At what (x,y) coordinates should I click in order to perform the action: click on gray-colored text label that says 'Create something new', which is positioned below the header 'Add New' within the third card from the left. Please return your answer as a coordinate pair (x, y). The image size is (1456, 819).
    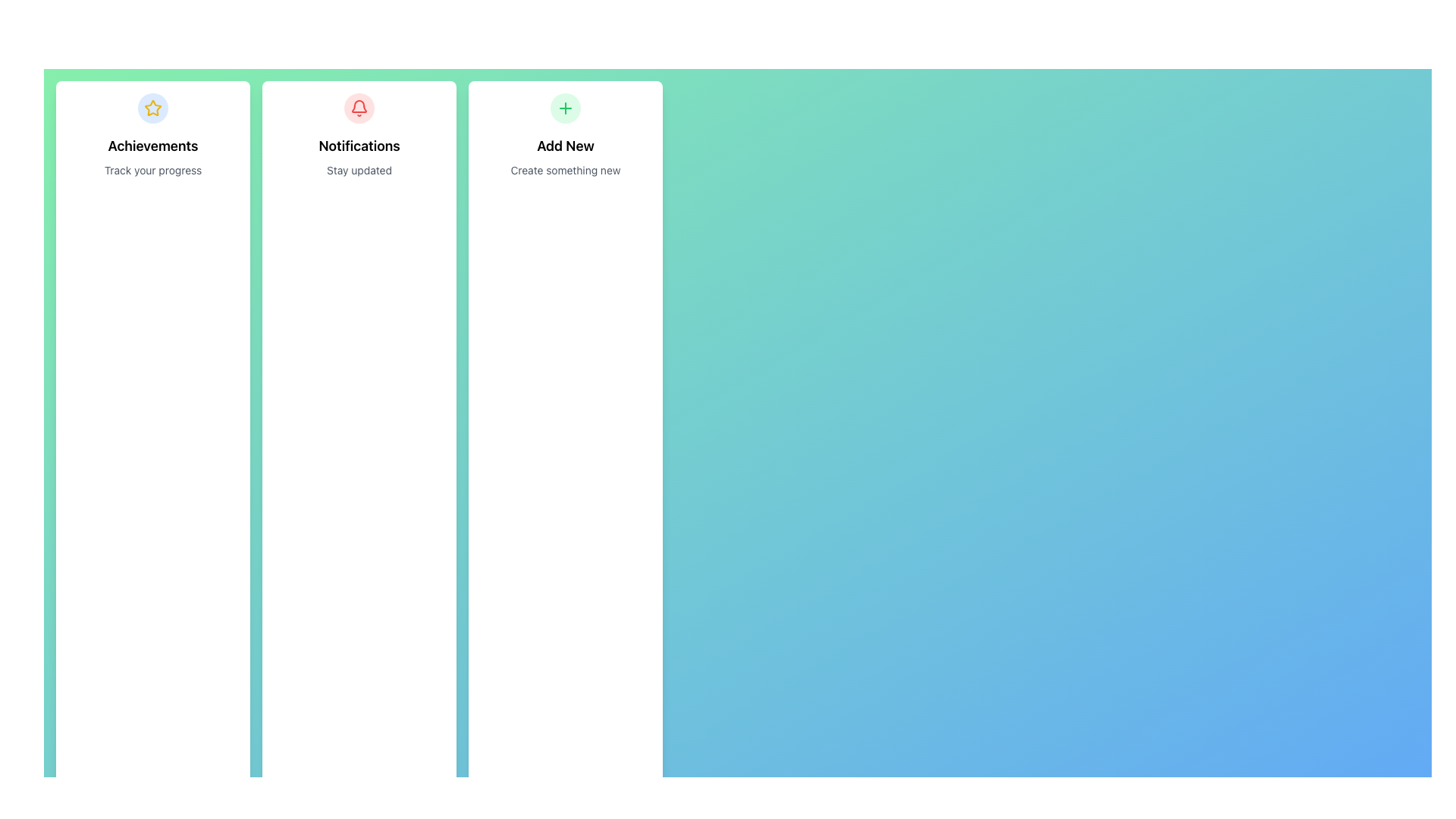
    Looking at the image, I should click on (564, 170).